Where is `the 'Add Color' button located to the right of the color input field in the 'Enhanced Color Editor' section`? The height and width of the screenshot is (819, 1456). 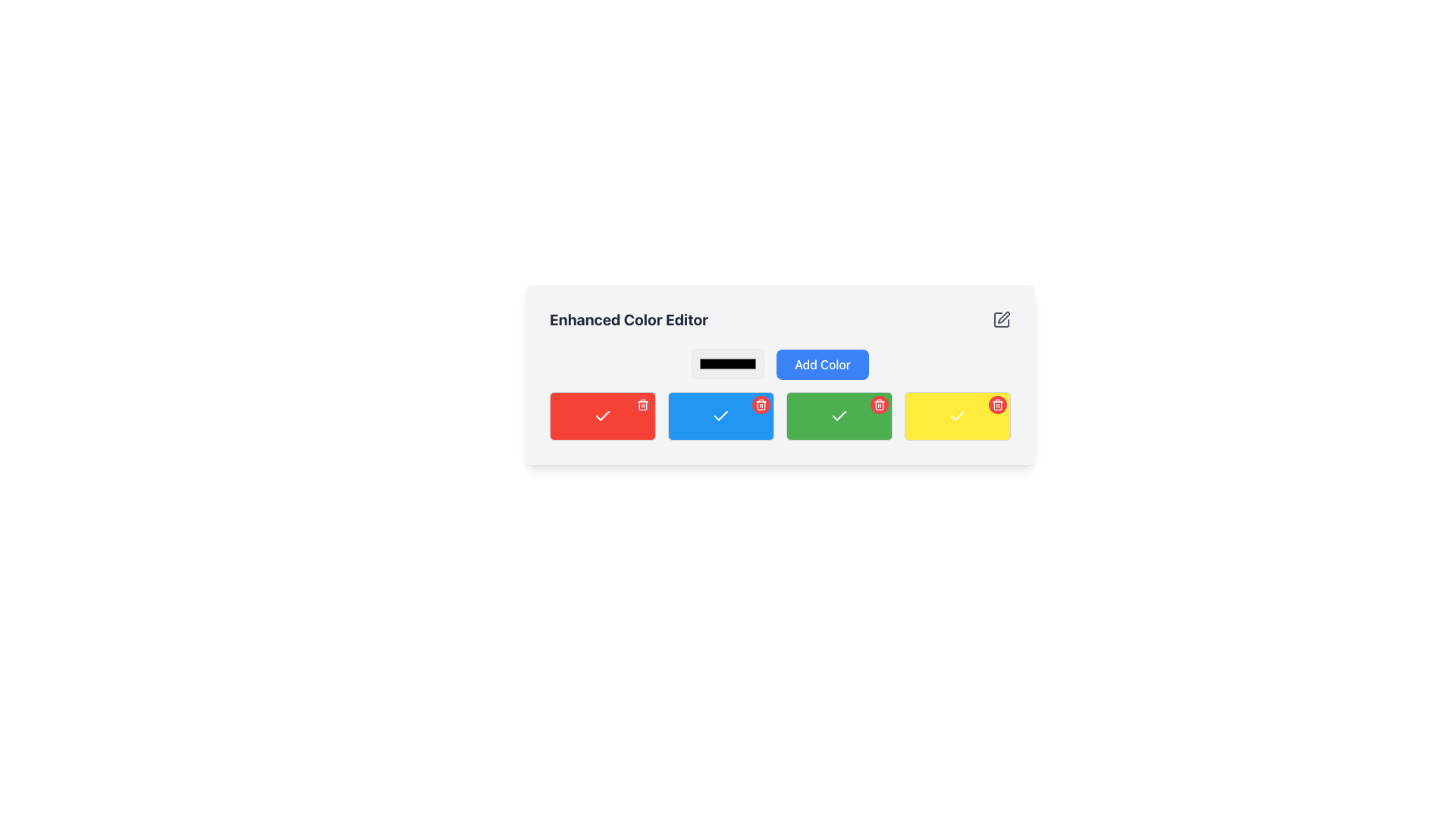 the 'Add Color' button located to the right of the color input field in the 'Enhanced Color Editor' section is located at coordinates (821, 365).